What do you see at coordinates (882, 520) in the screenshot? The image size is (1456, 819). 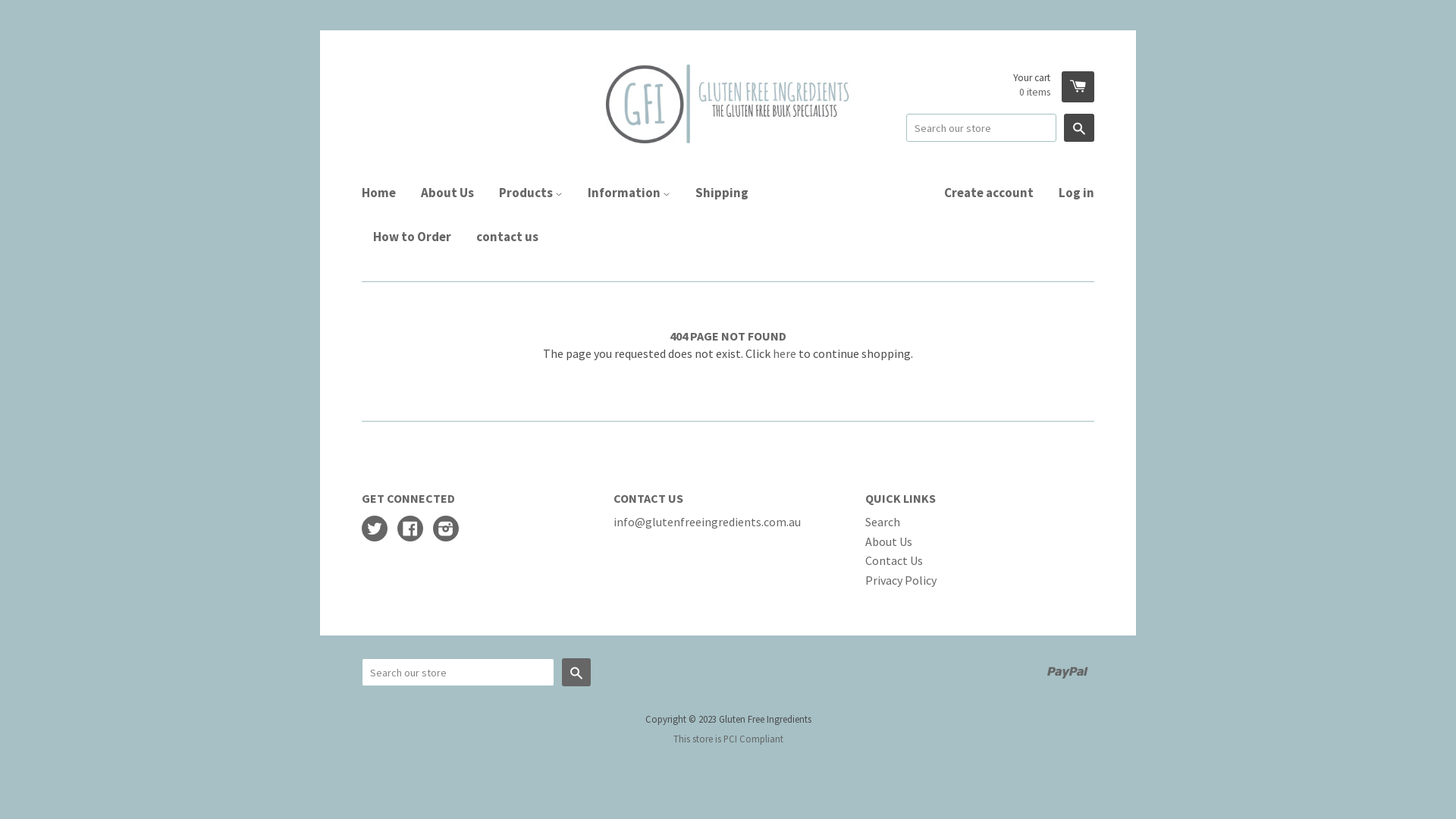 I see `'Search'` at bounding box center [882, 520].